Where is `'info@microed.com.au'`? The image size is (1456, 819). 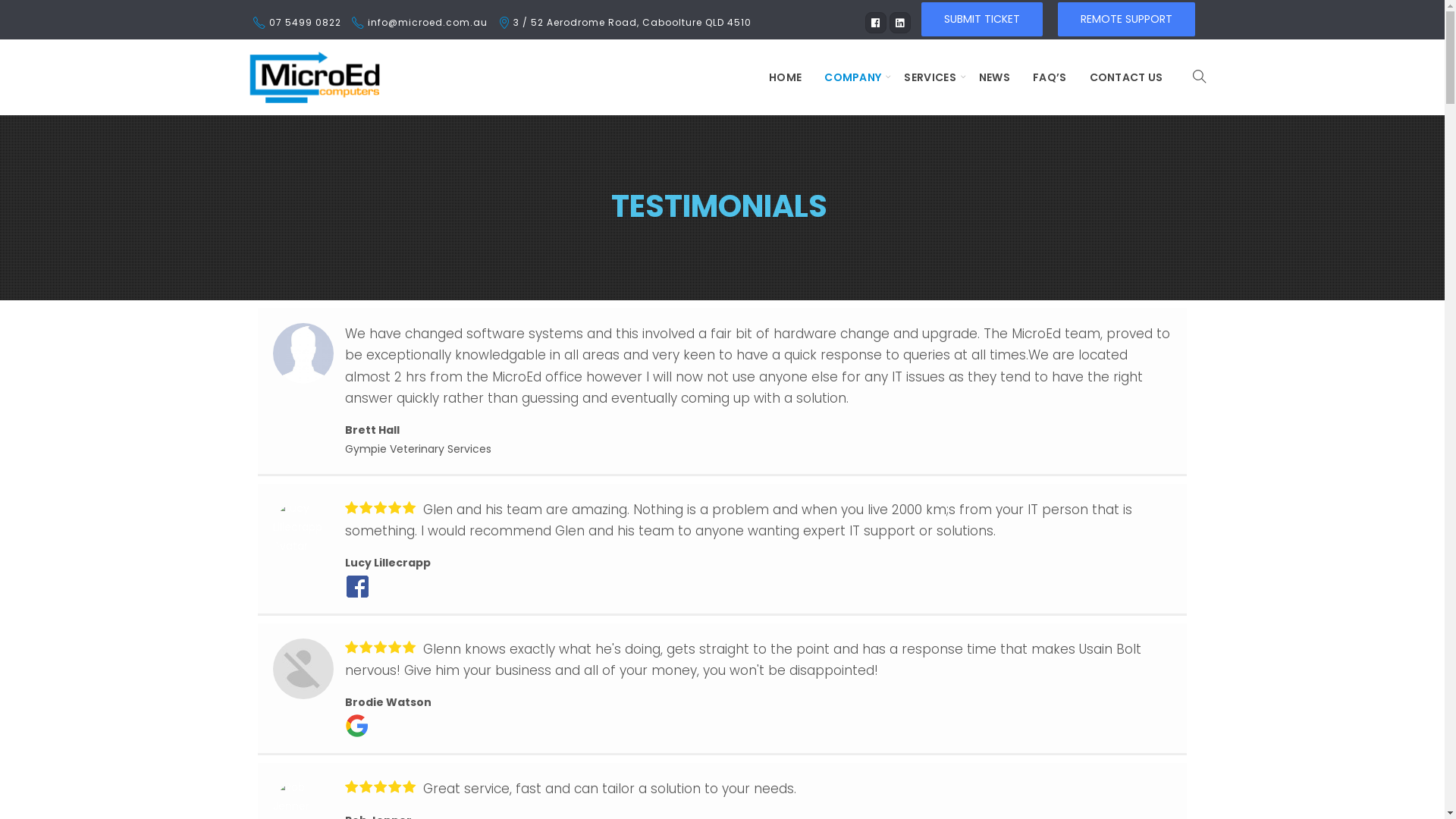
'info@microed.com.au' is located at coordinates (425, 22).